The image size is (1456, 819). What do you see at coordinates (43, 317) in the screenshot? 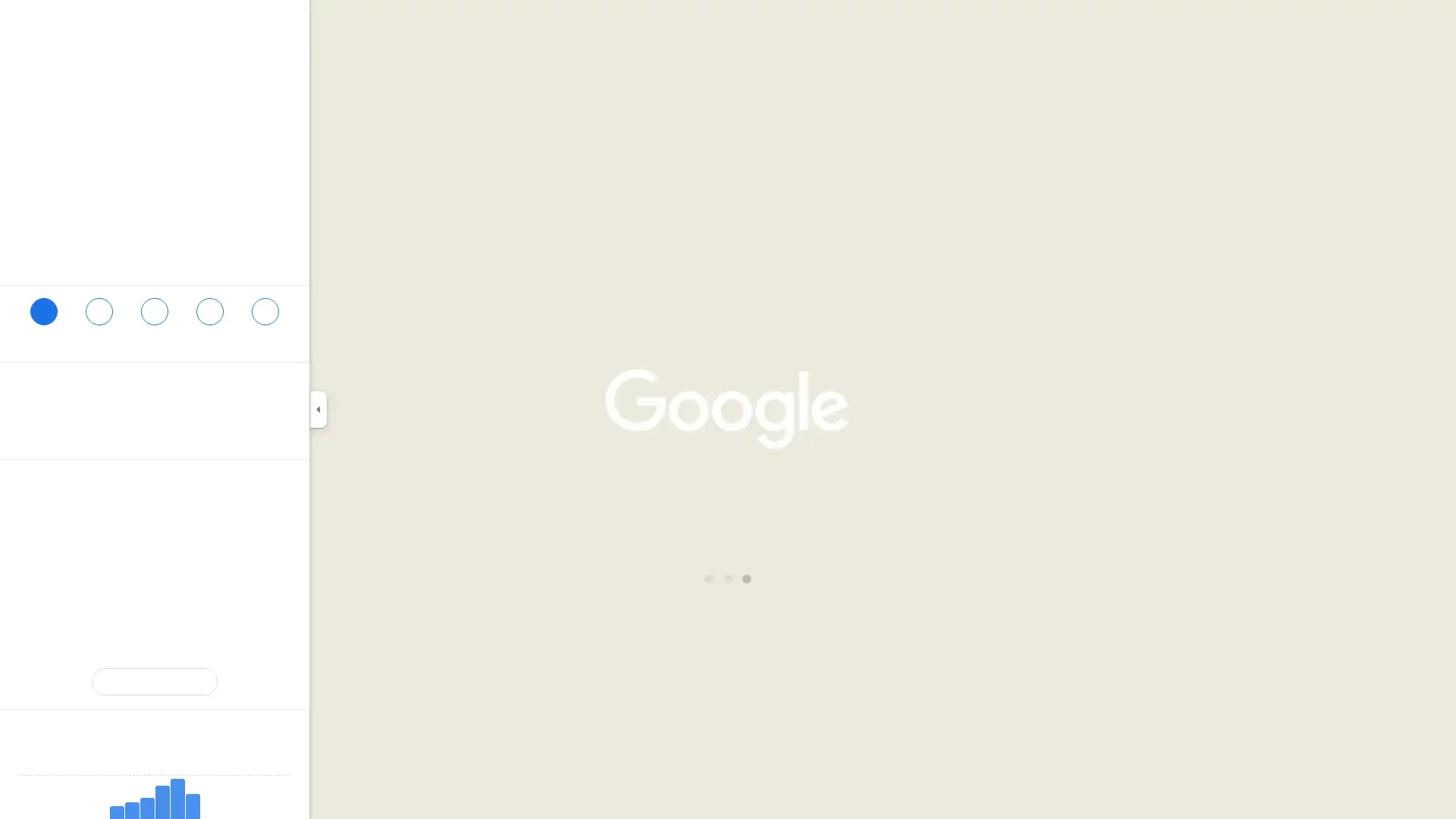
I see `Directions to Every Thing Goes Book Cafe and Neighborhood Stage` at bounding box center [43, 317].